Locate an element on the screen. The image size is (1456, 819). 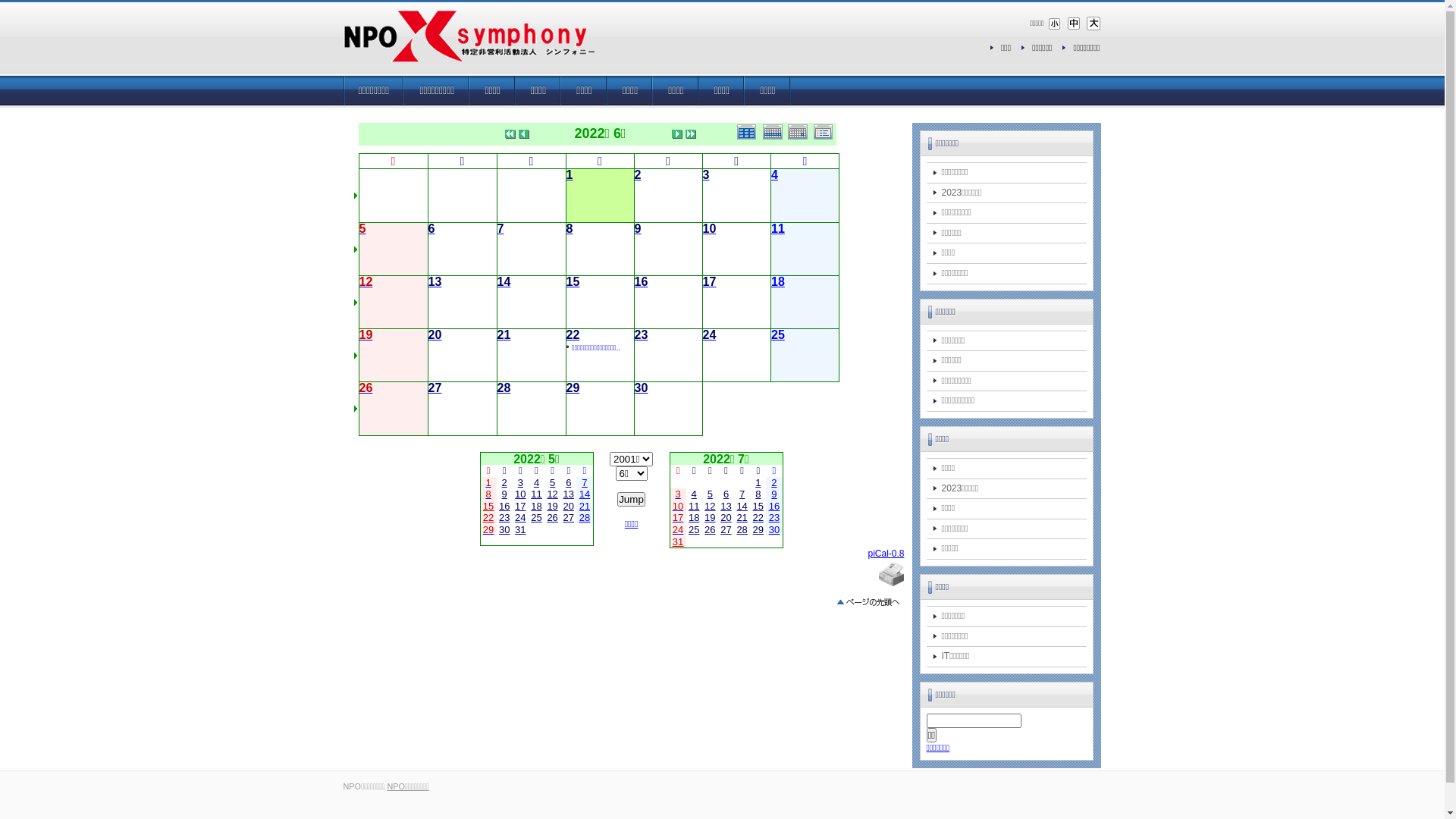
'8' is located at coordinates (564, 230).